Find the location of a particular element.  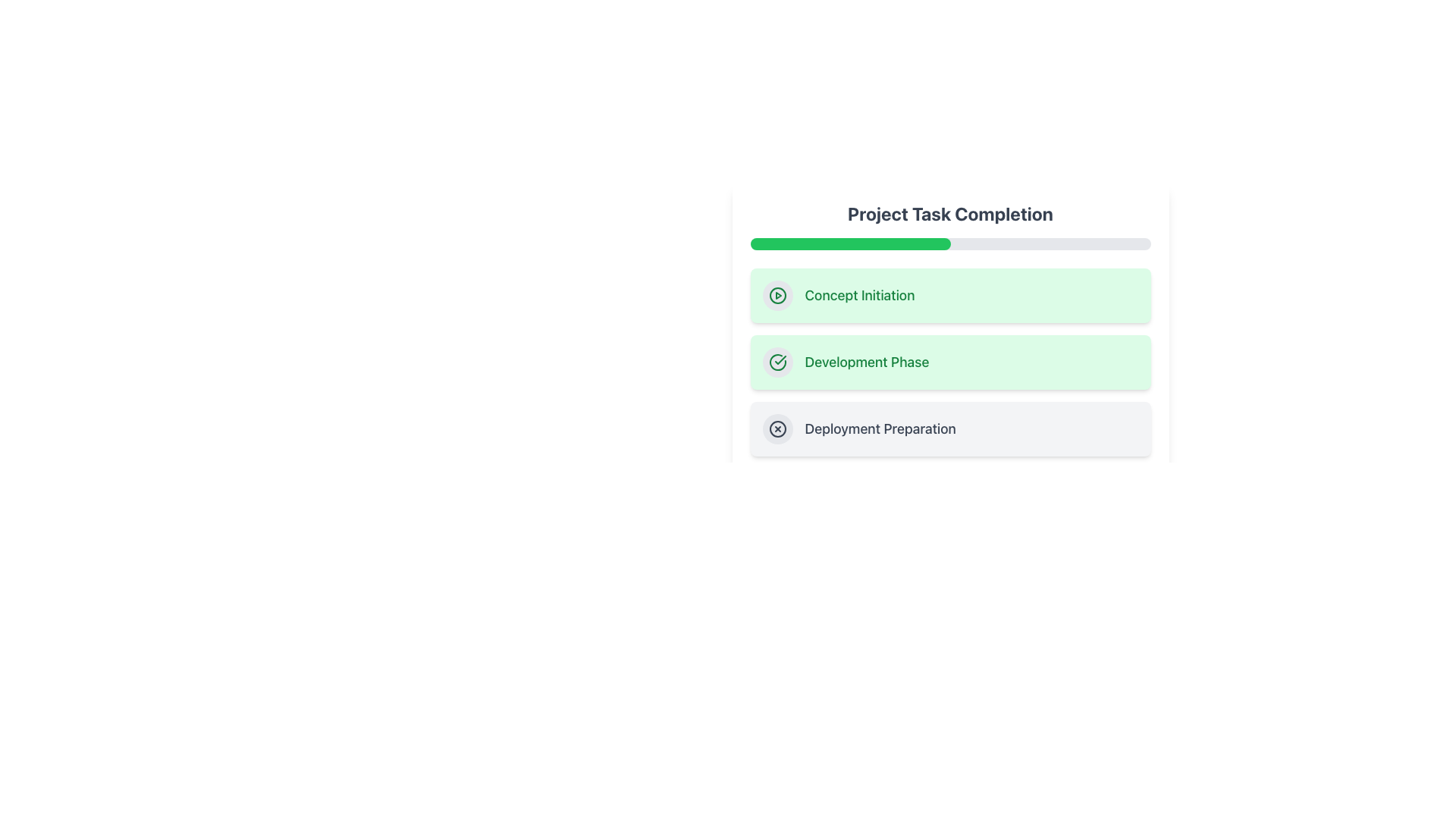

the Graphic element within the SVG component that indicates the status of the 'Deployment Preparation' step in the project task completion process is located at coordinates (777, 429).